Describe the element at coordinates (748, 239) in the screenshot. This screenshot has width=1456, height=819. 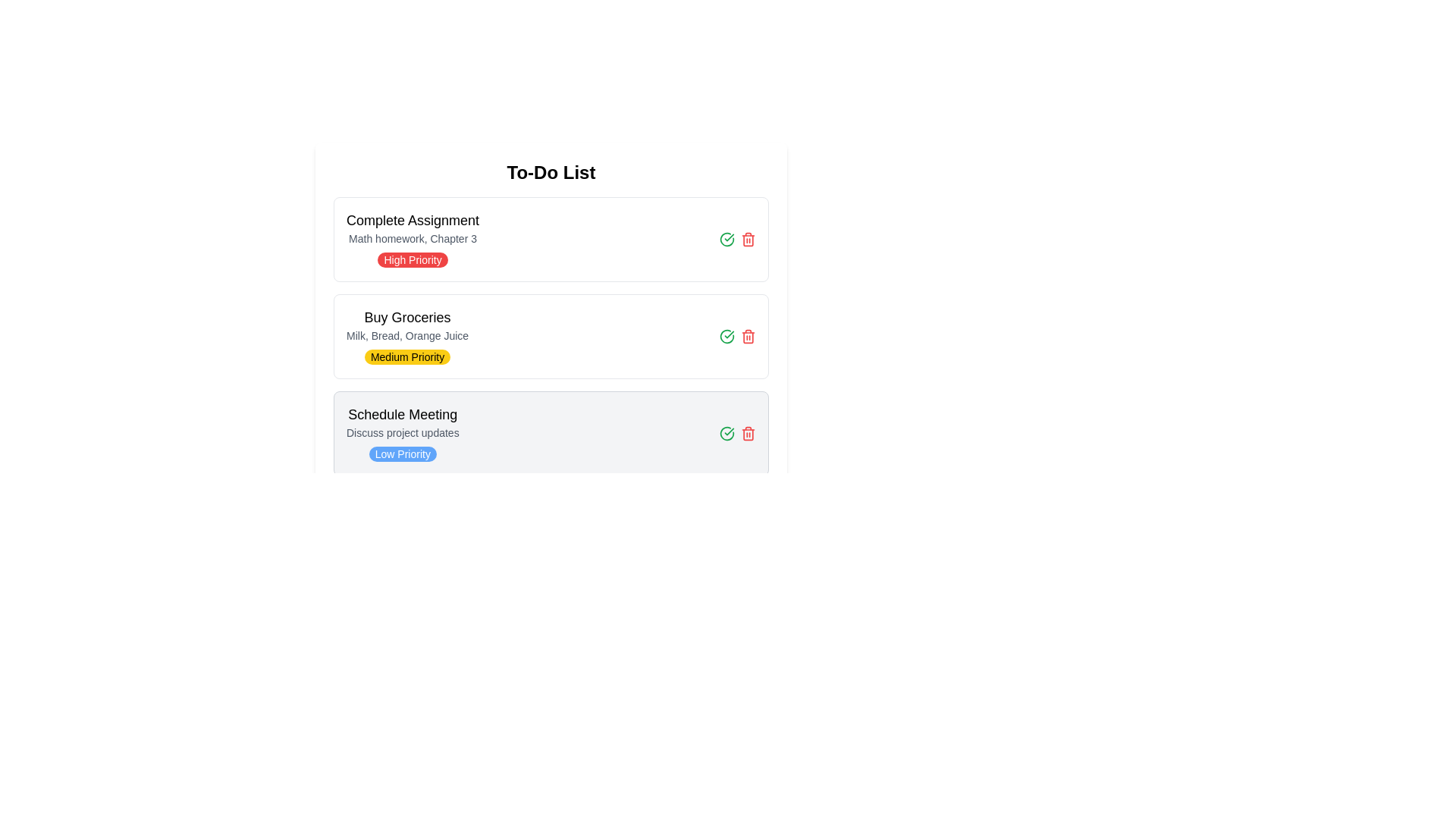
I see `the trash can icon representing the delete action located on the right side of the 'Complete Assignment' task in the task list interface` at that location.